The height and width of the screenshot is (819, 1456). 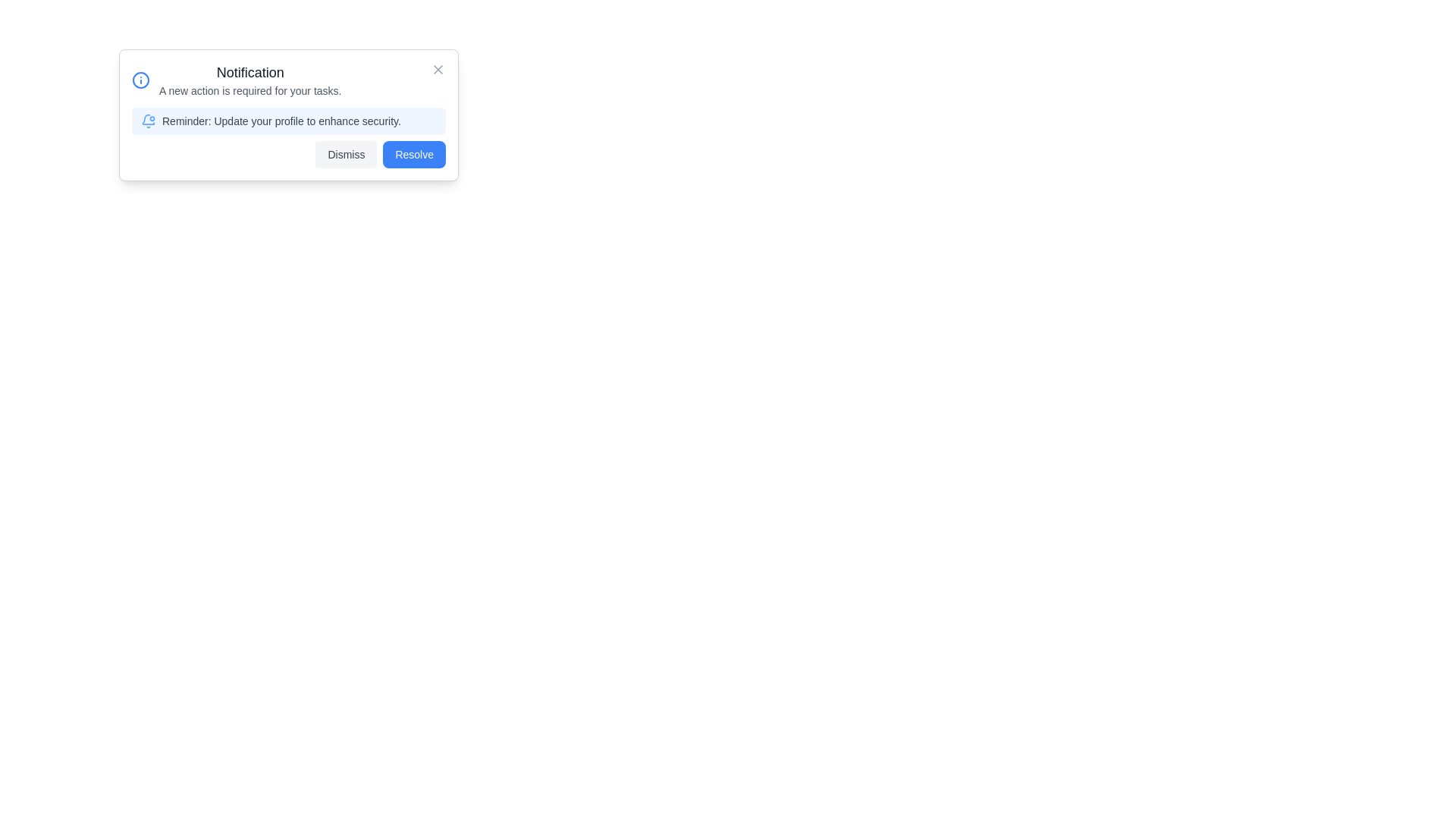 What do you see at coordinates (250, 73) in the screenshot?
I see `the text label reading 'Notification', which is bold, larger than surrounding text, and dark gray in color, located at the top-left section of a notification card` at bounding box center [250, 73].